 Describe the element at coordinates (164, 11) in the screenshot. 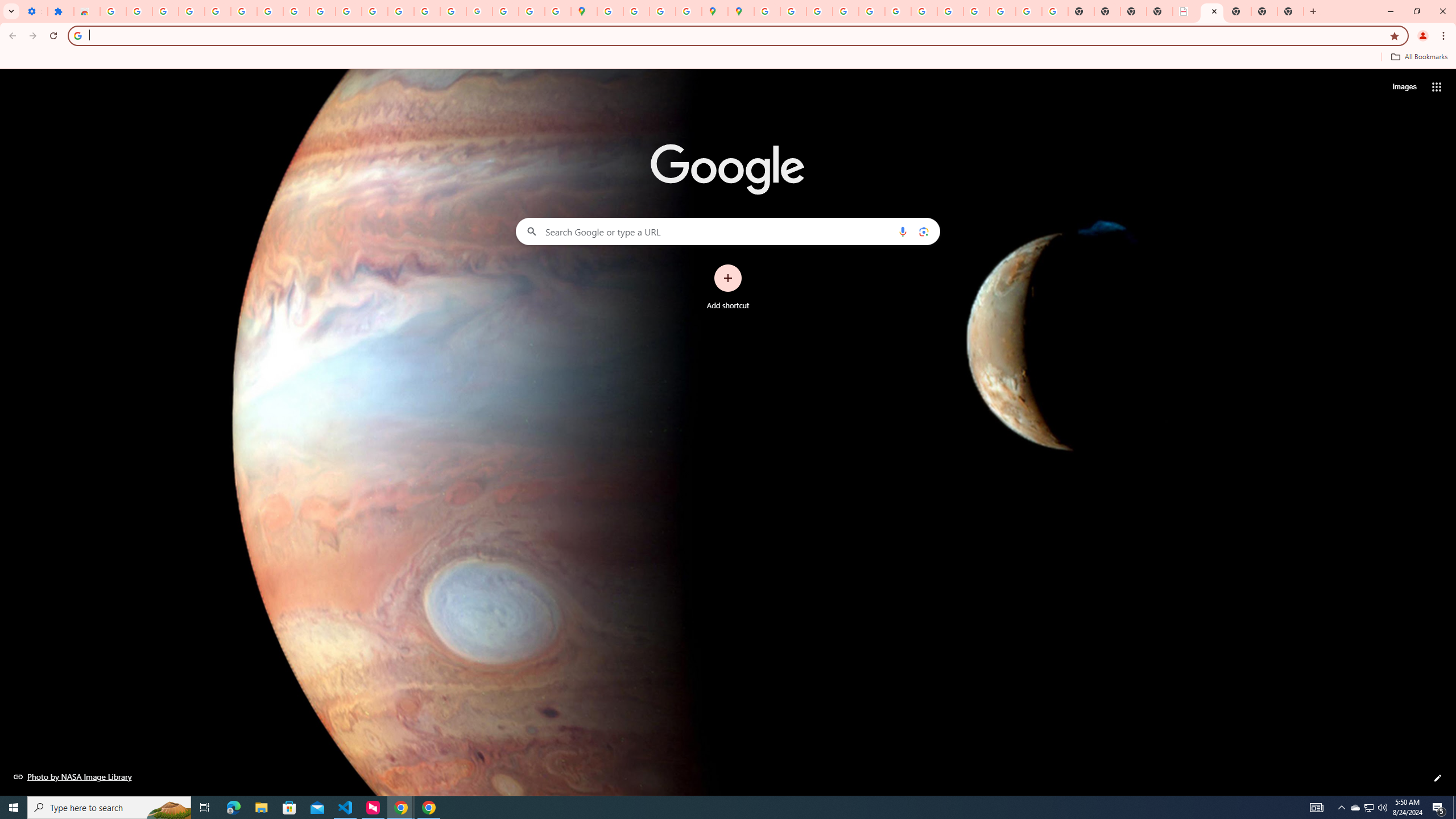

I see `'Delete photos & videos - Computer - Google Photos Help'` at that location.